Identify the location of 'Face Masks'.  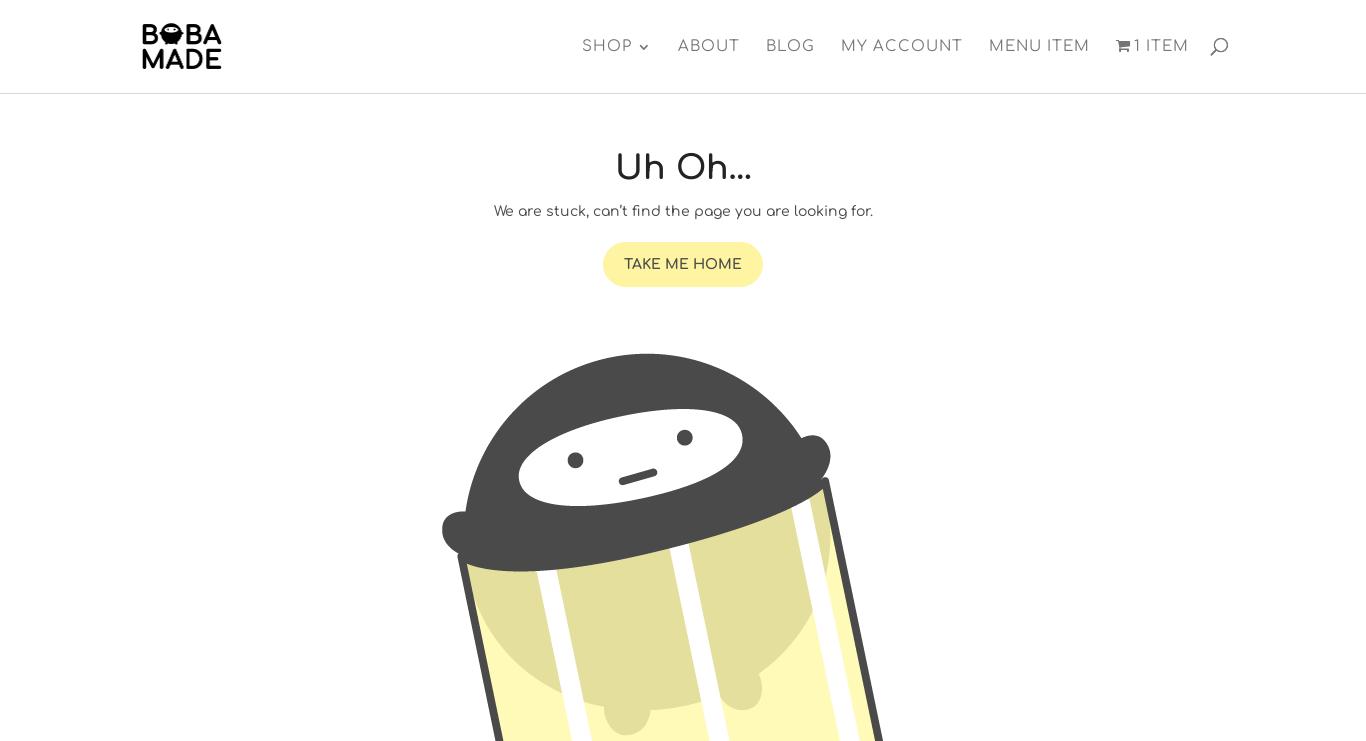
(655, 161).